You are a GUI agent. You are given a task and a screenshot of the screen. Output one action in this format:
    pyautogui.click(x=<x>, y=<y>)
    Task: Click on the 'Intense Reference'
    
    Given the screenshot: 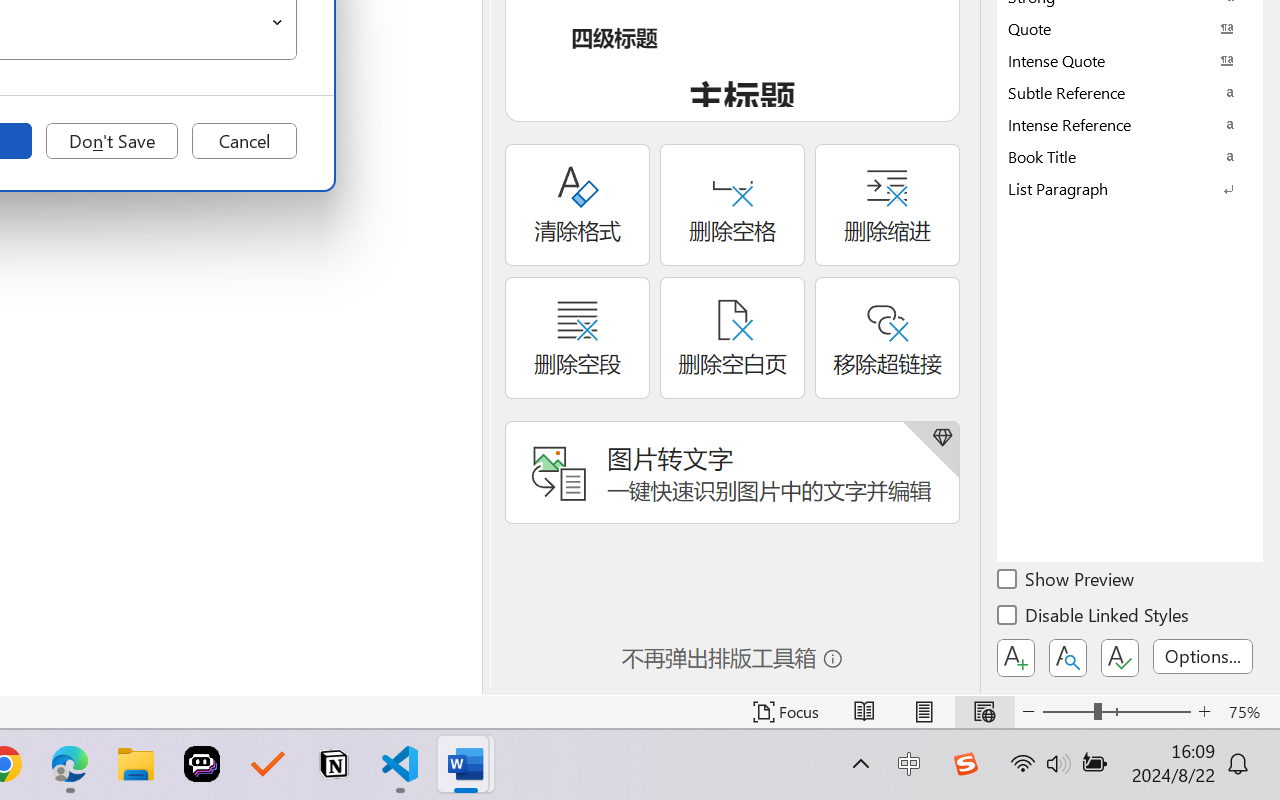 What is the action you would take?
    pyautogui.click(x=1130, y=123)
    